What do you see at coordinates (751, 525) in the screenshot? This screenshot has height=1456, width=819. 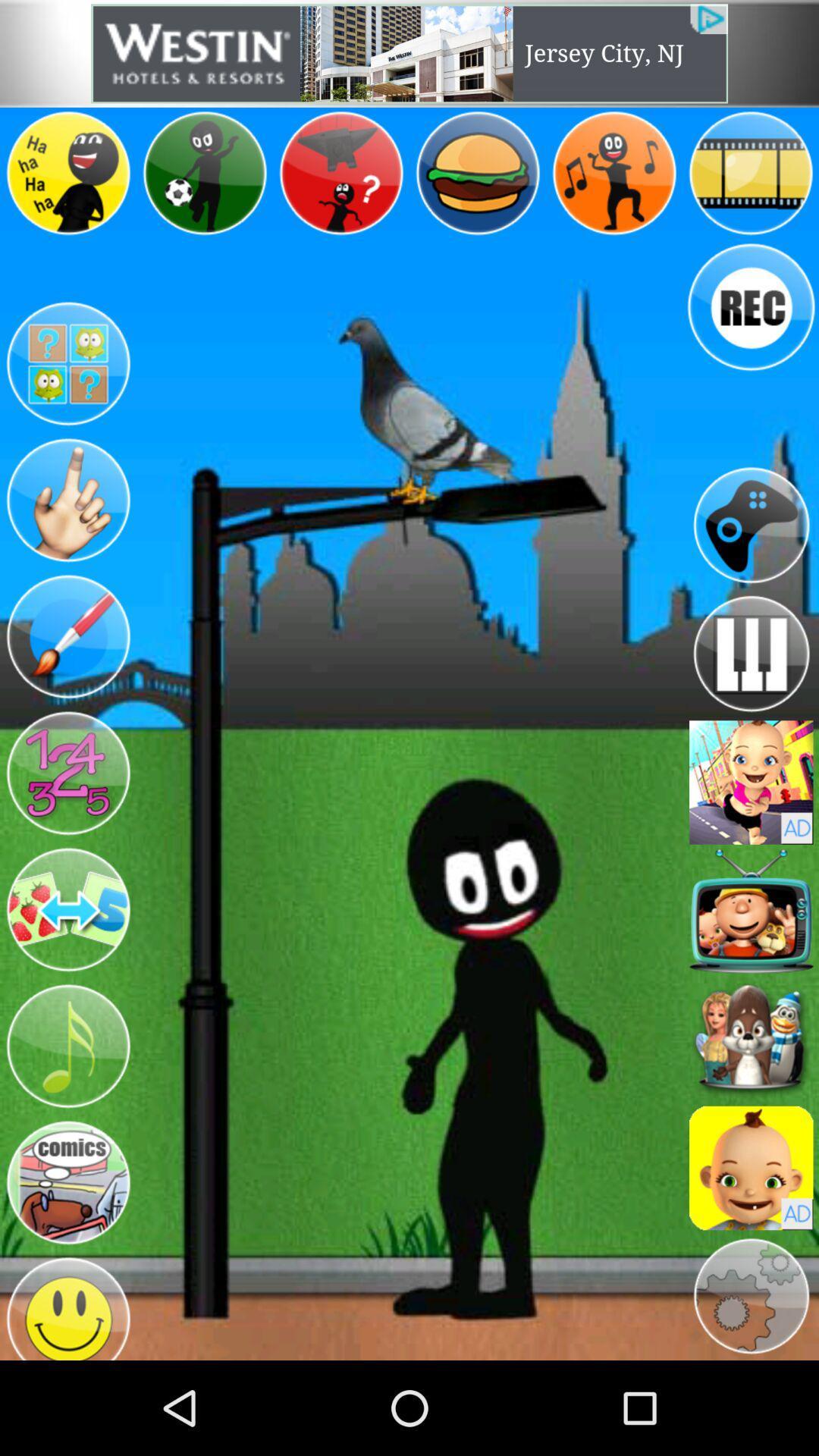 I see `go back` at bounding box center [751, 525].